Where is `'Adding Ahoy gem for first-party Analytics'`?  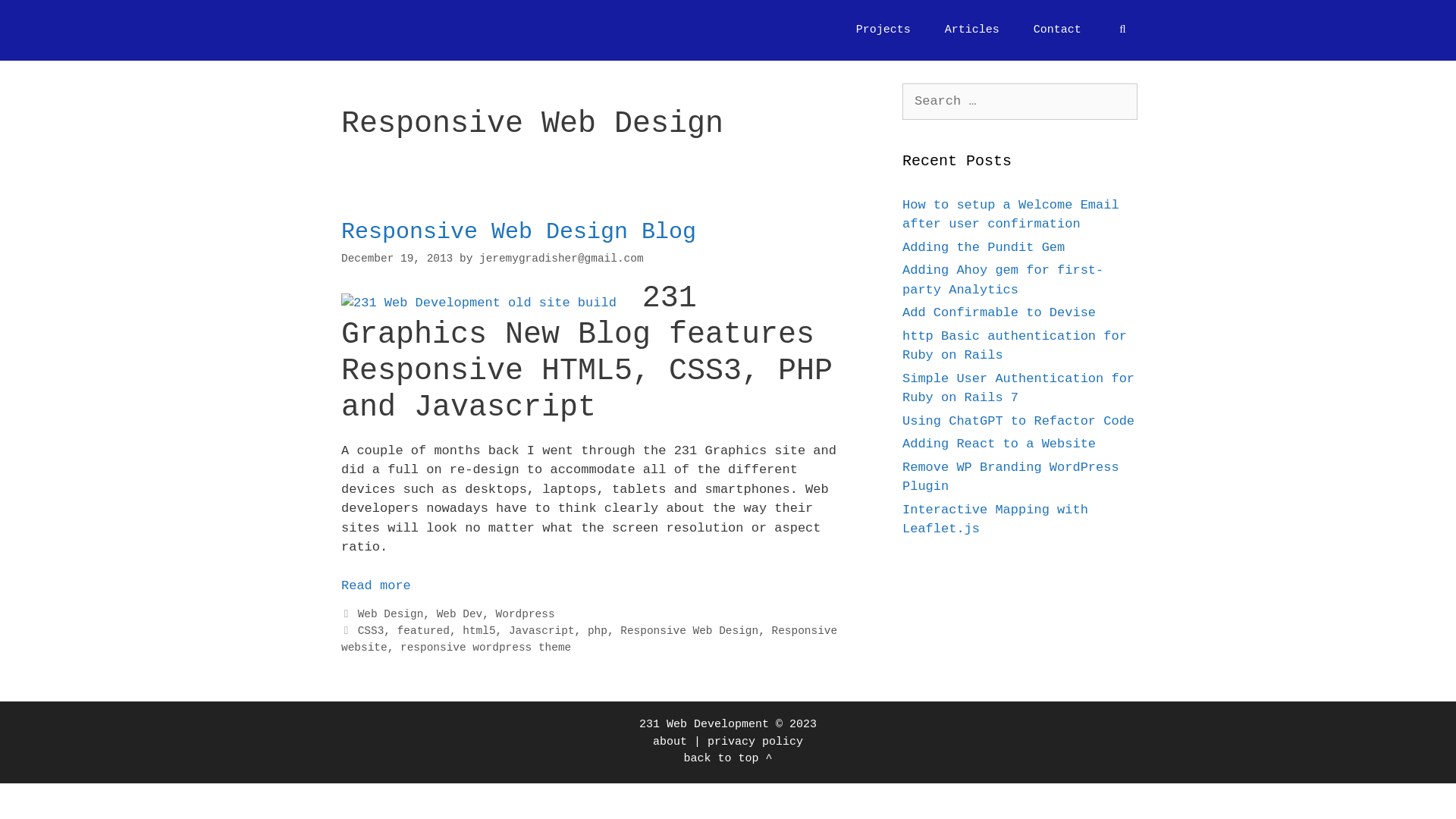 'Adding Ahoy gem for first-party Analytics' is located at coordinates (1003, 280).